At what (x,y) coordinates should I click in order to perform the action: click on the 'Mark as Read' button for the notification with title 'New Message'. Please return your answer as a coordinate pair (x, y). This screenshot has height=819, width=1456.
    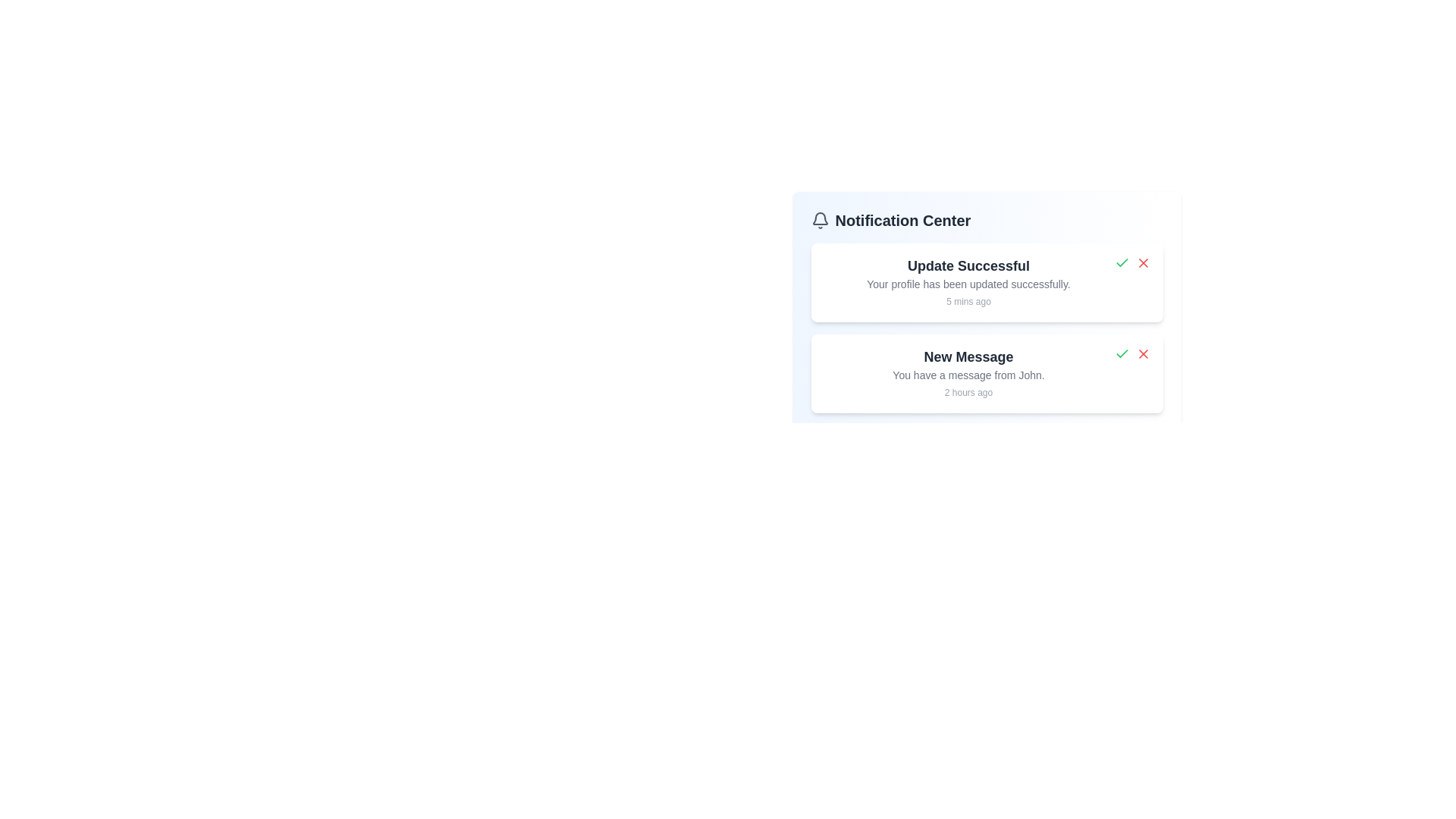
    Looking at the image, I should click on (1122, 353).